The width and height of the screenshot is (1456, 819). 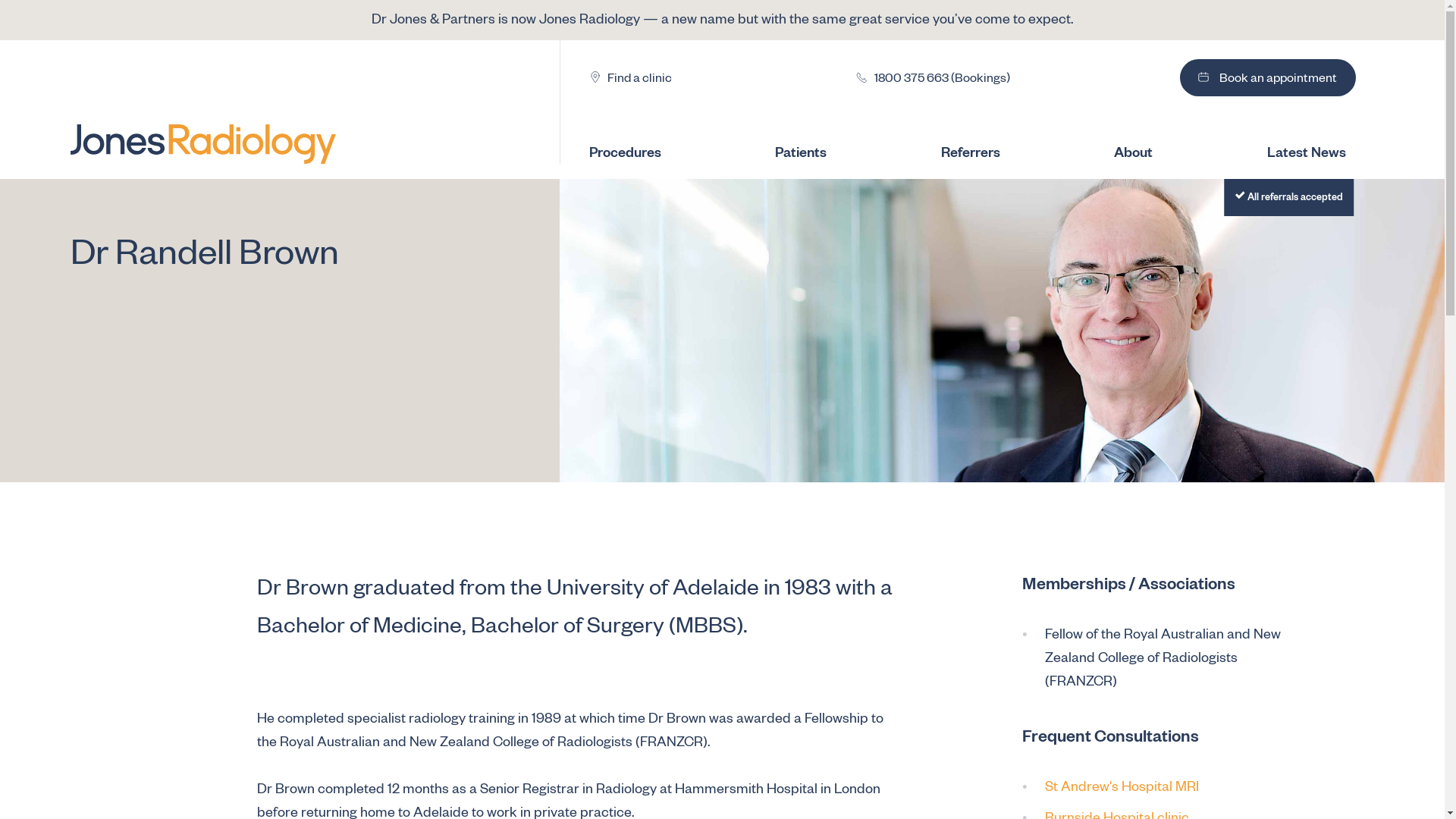 What do you see at coordinates (930, 78) in the screenshot?
I see `'1800 375 663 (Bookings)'` at bounding box center [930, 78].